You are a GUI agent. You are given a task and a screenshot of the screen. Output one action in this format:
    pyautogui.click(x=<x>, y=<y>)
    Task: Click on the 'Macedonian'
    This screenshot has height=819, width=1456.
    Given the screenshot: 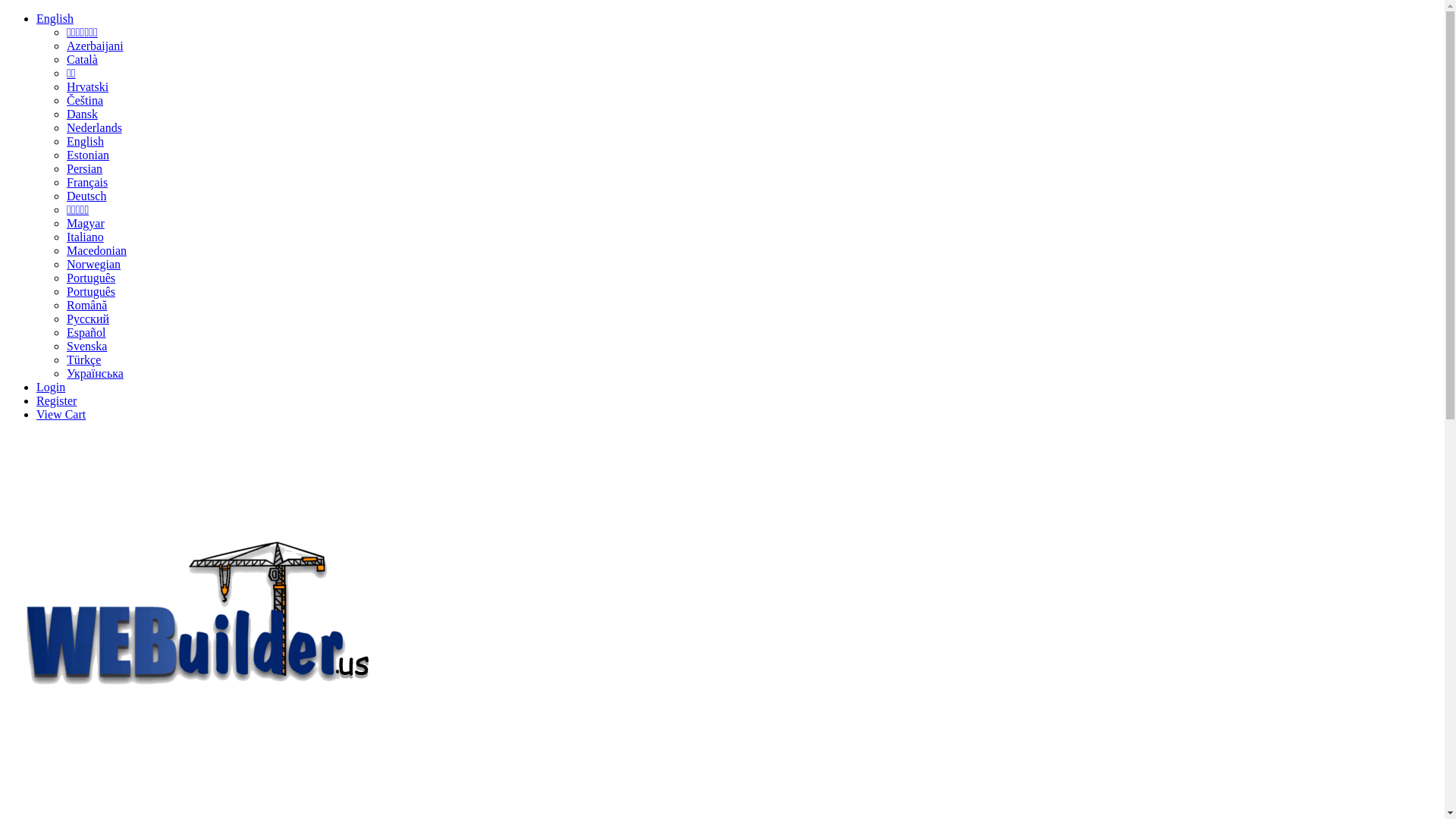 What is the action you would take?
    pyautogui.click(x=96, y=249)
    